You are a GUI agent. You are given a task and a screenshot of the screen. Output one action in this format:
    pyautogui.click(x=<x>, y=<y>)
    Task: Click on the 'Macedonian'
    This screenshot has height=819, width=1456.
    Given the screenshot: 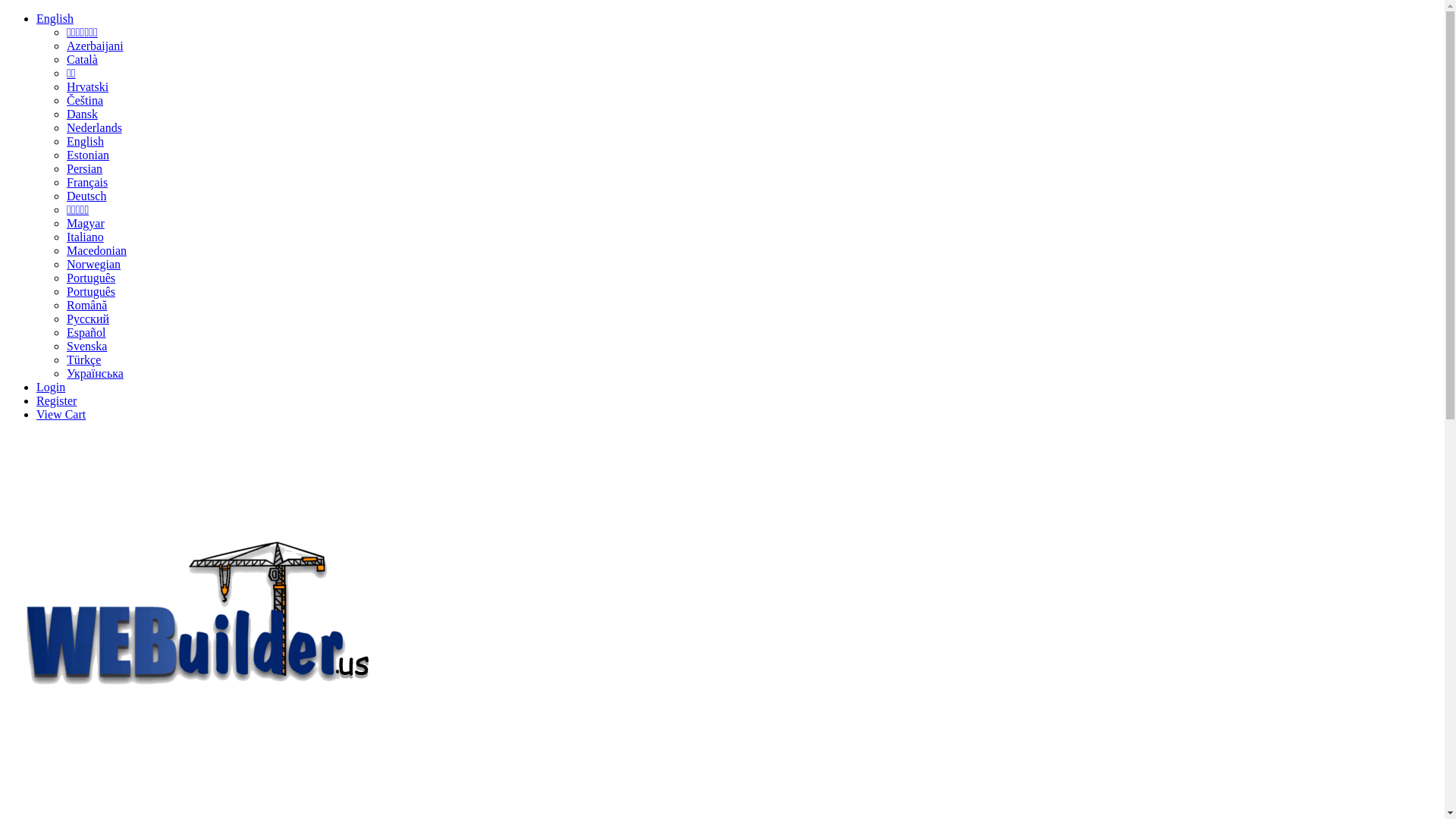 What is the action you would take?
    pyautogui.click(x=96, y=249)
    